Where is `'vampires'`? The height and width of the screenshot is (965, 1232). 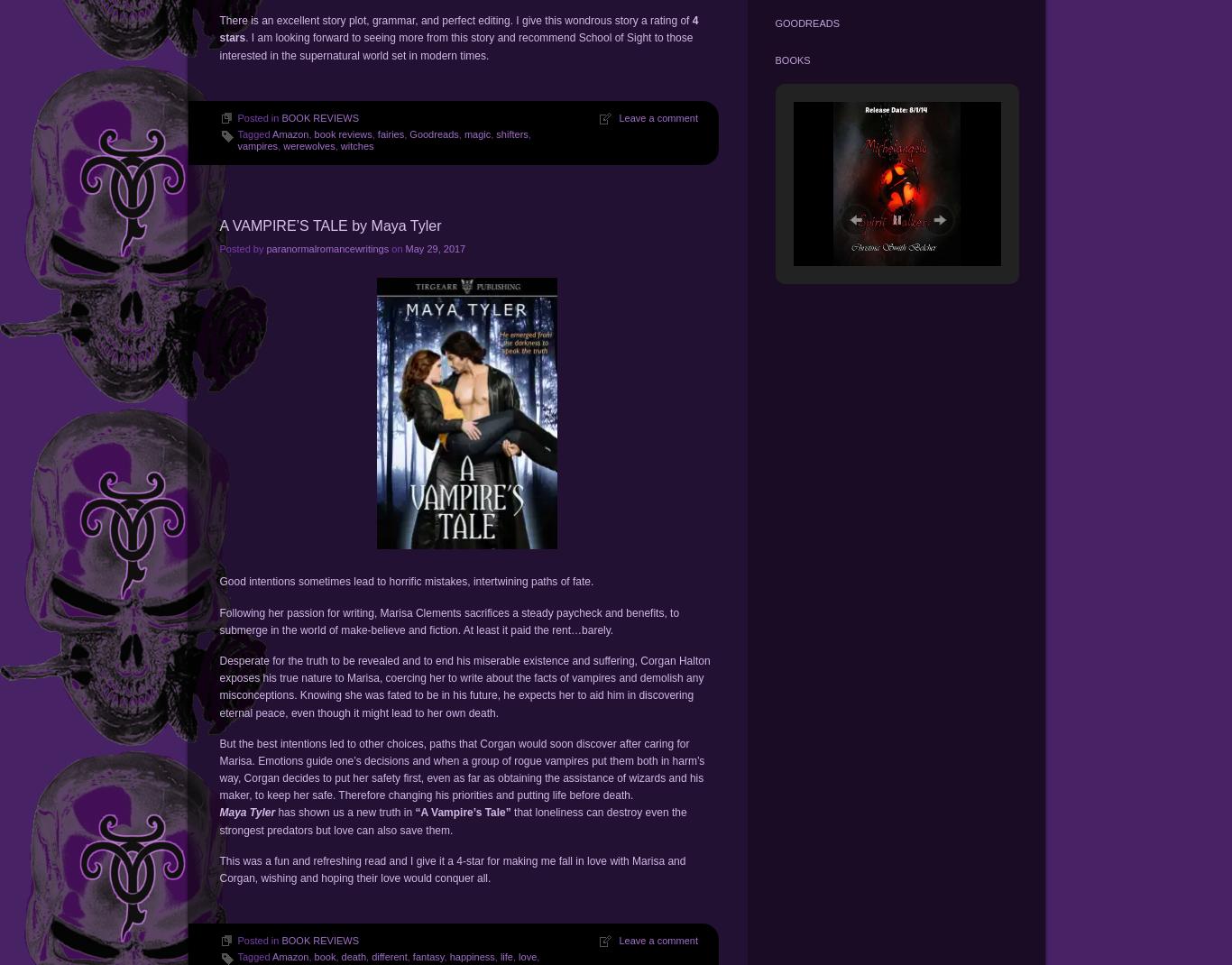
'vampires' is located at coordinates (257, 145).